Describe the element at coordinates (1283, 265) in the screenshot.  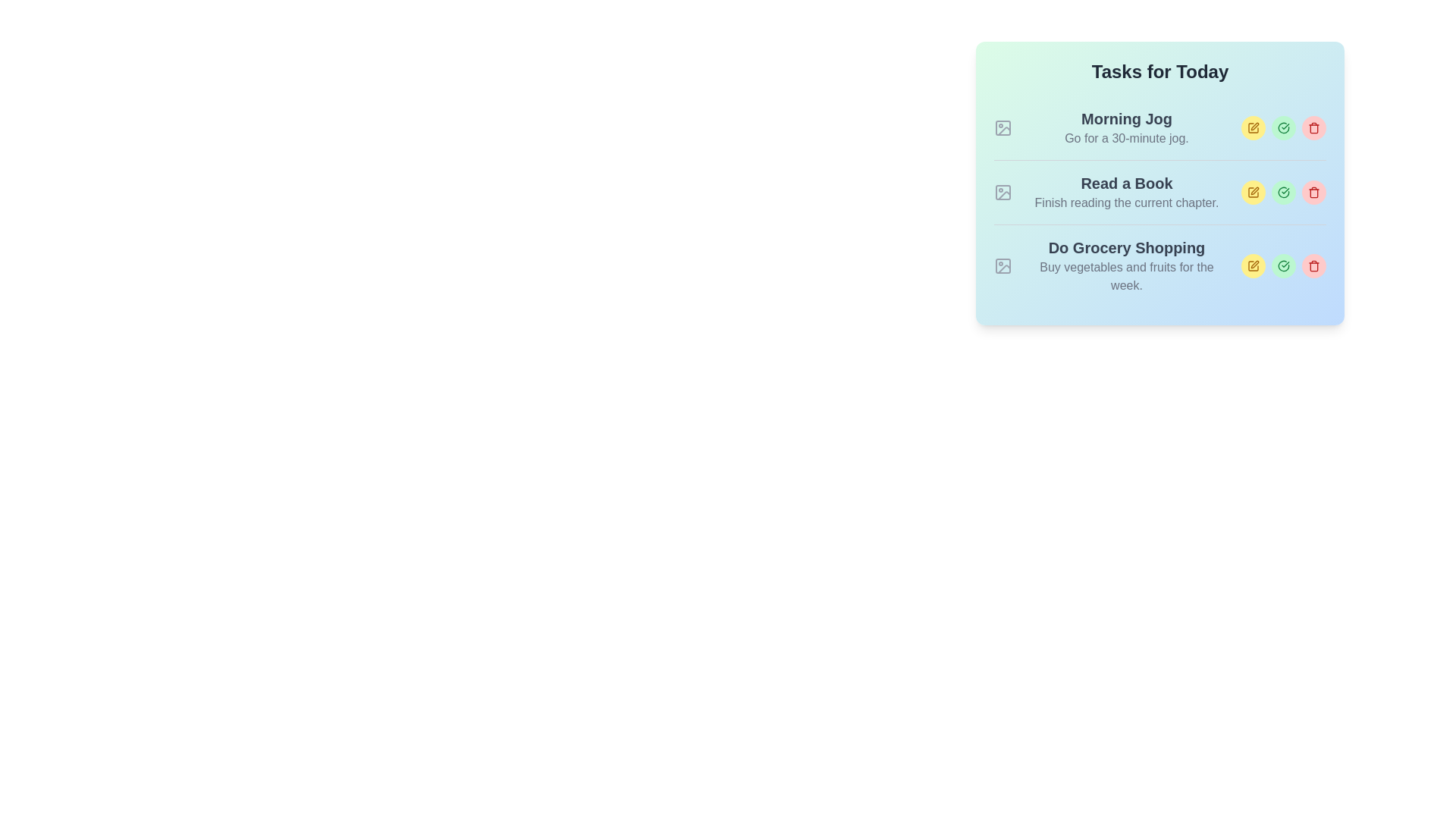
I see `the button in the bottom-right part of the task list interface to mark the task 'Do Grocery Shopping' as complete` at that location.